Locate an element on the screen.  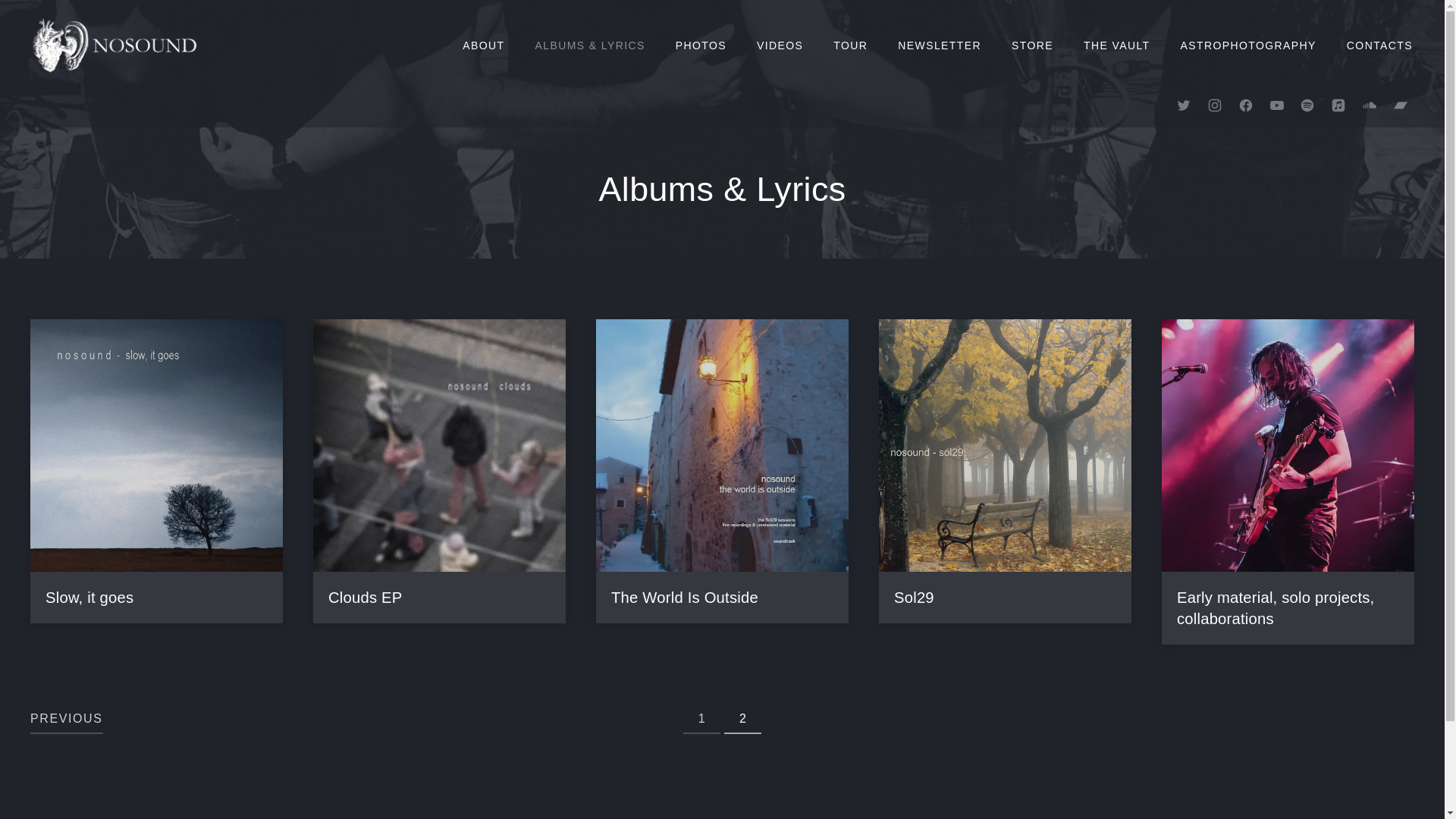
'VIDEOS' is located at coordinates (780, 45).